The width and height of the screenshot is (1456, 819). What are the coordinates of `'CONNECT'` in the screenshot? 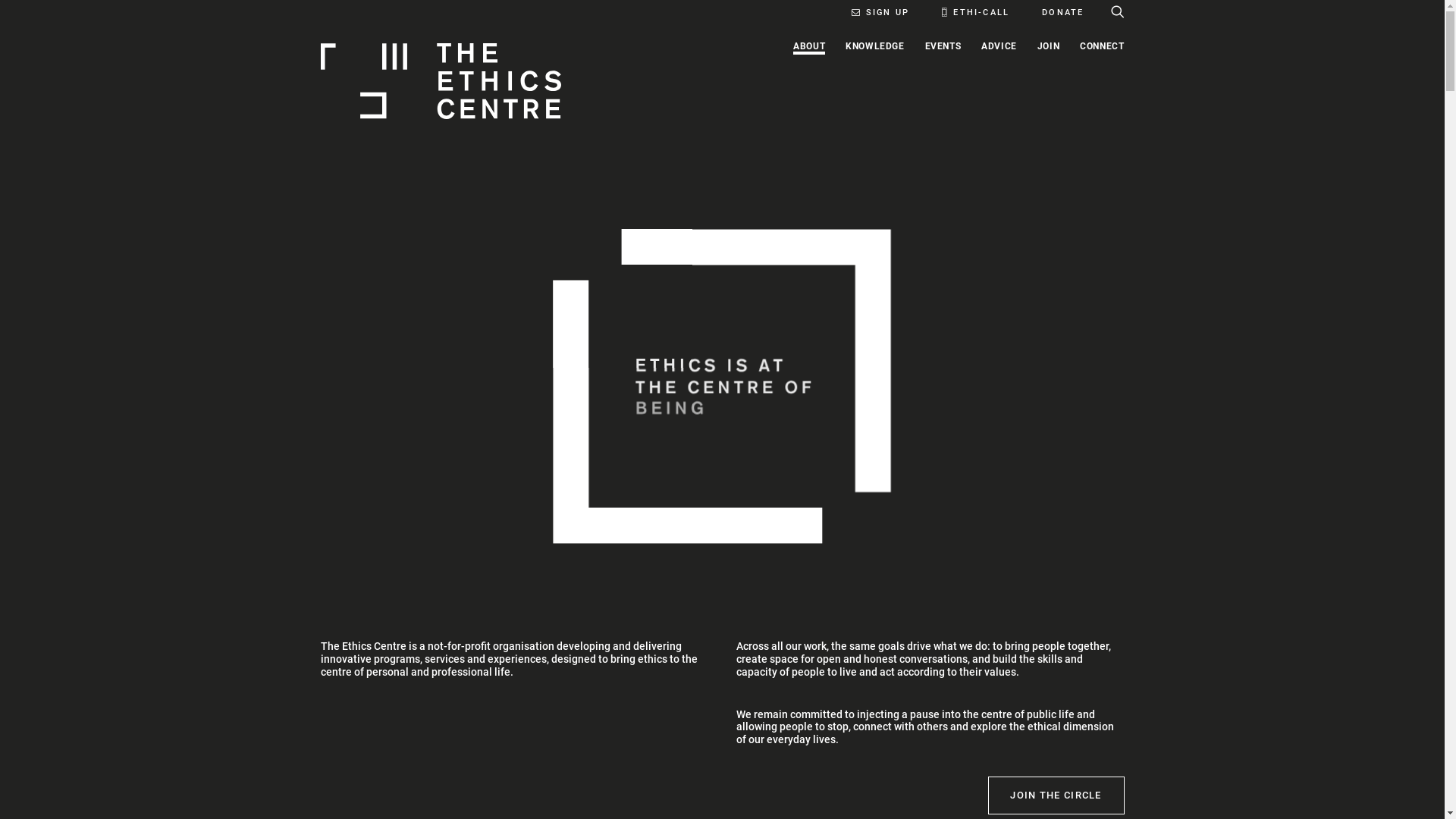 It's located at (1098, 81).